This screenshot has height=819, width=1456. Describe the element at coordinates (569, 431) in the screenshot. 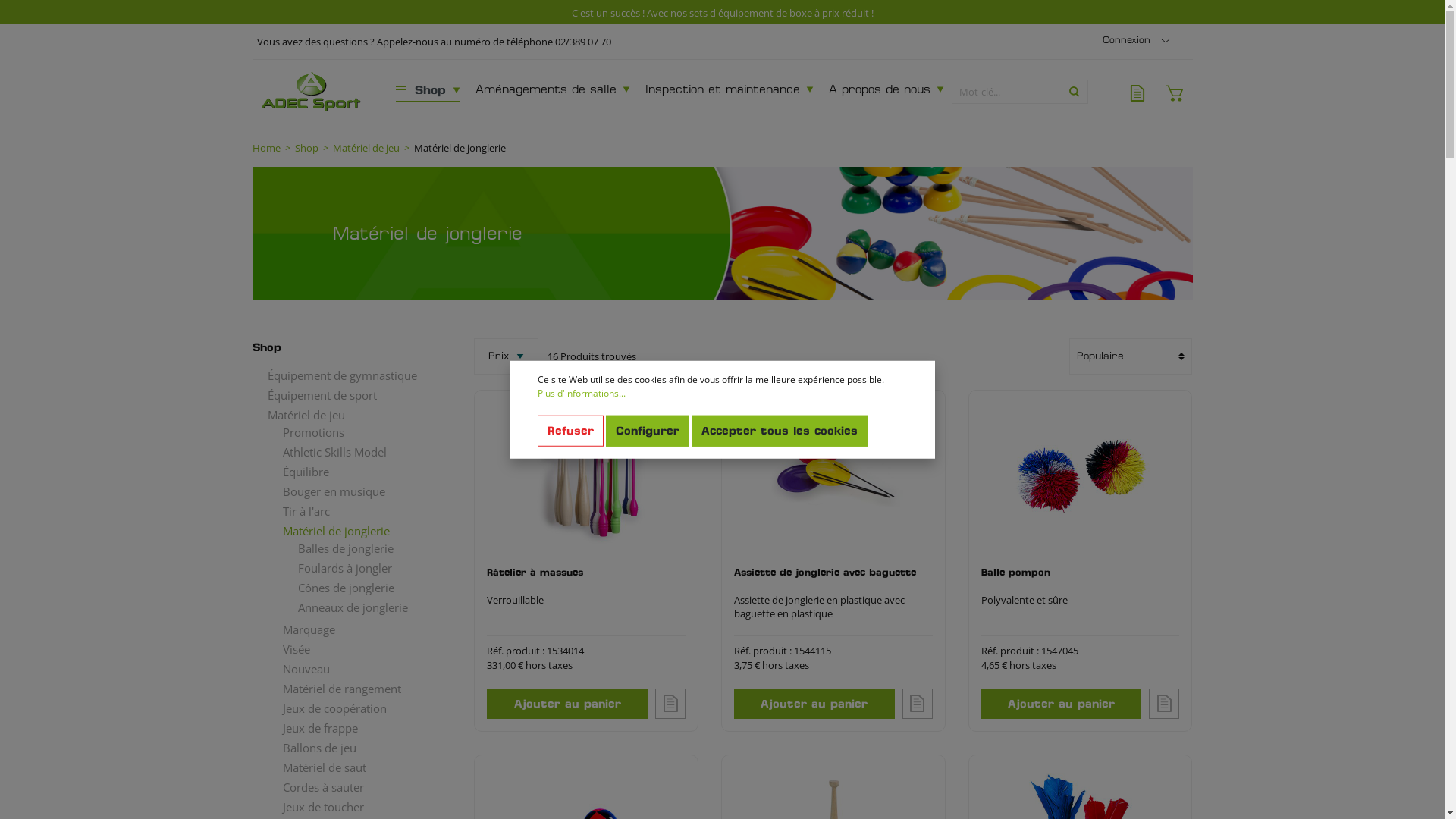

I see `'Refuser'` at that location.